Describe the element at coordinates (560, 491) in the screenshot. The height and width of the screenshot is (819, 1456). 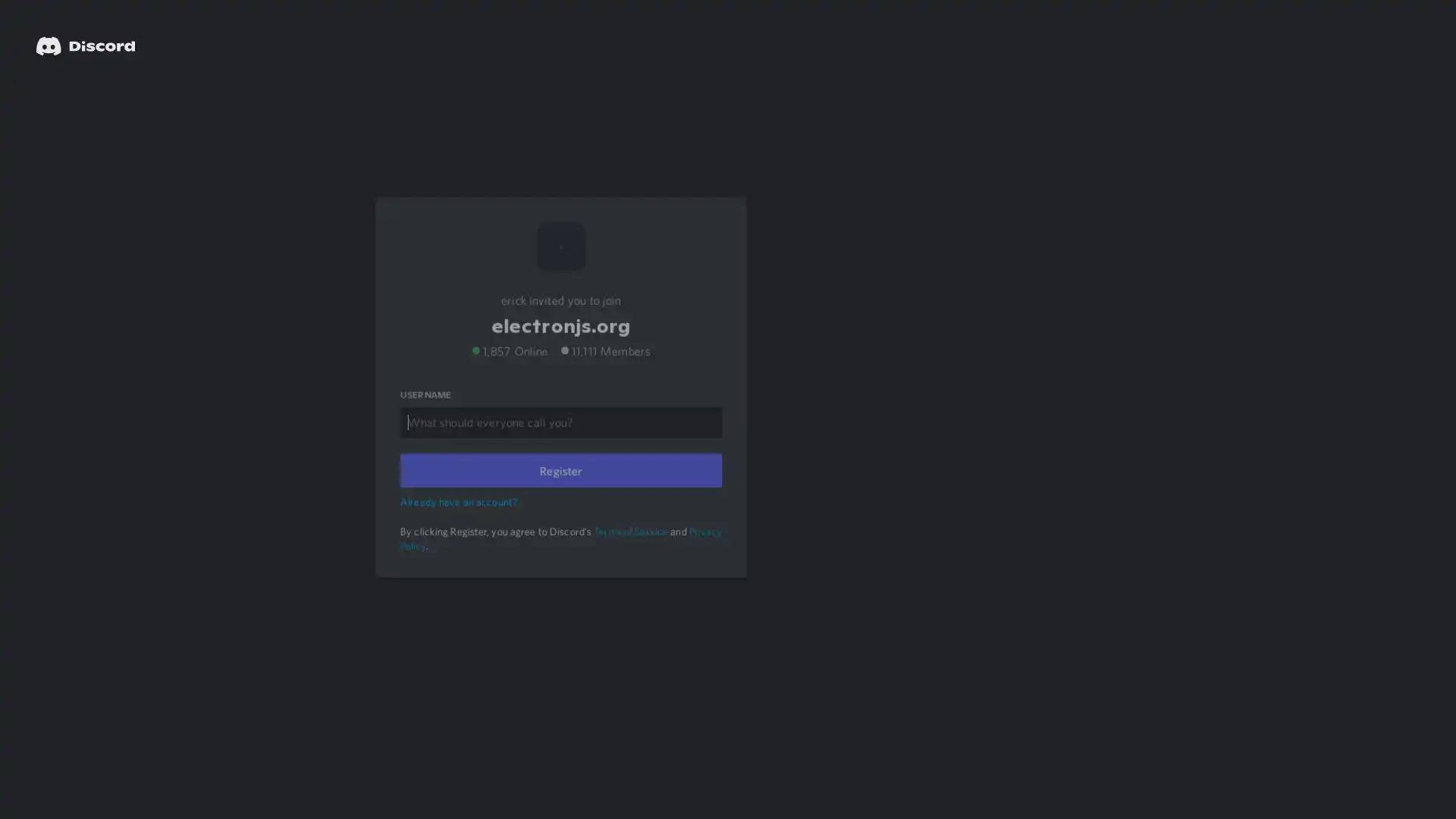
I see `Register` at that location.